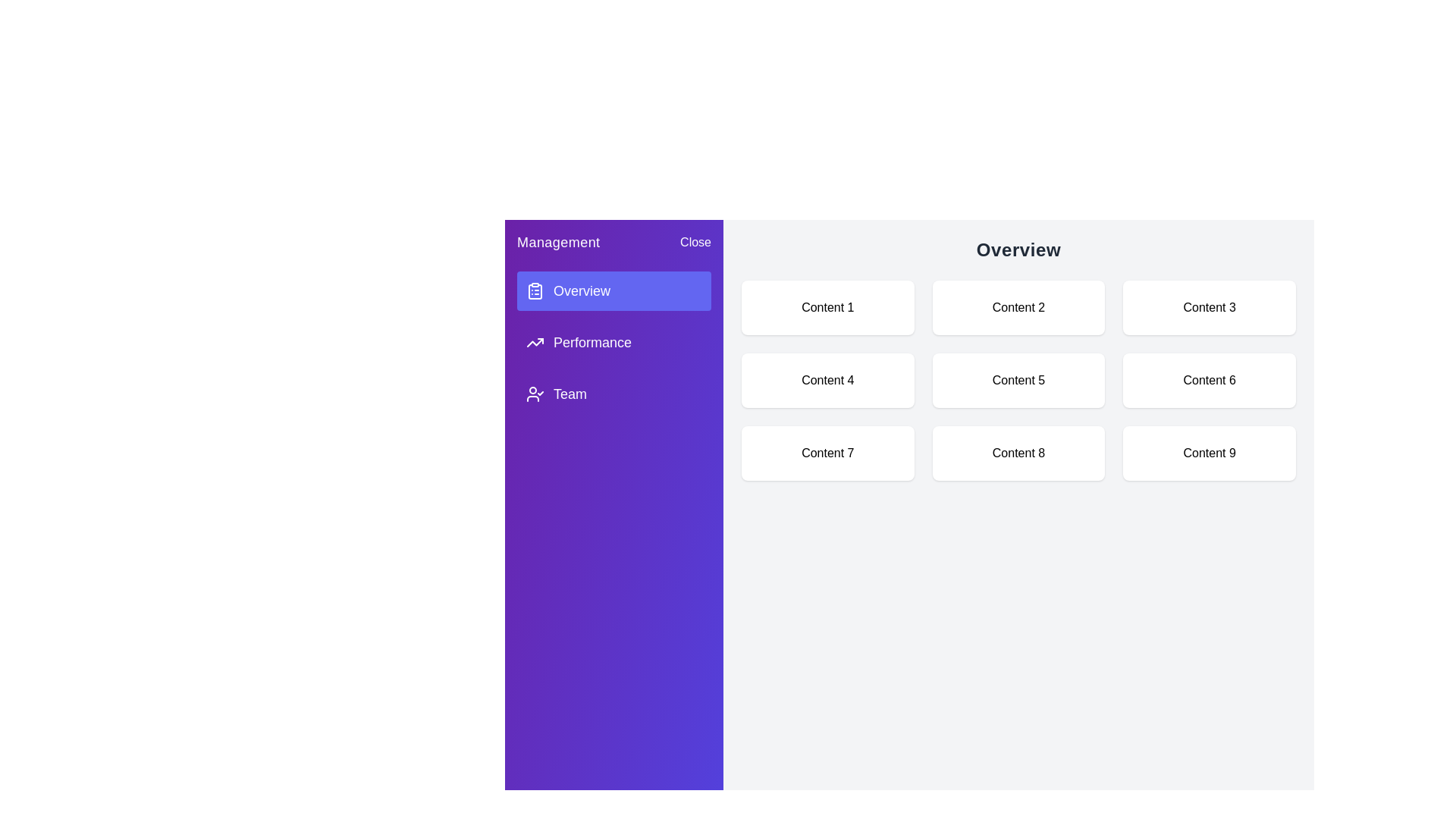 The image size is (1456, 819). I want to click on the title and description of the current section by focusing on the main content area, so click(1018, 249).